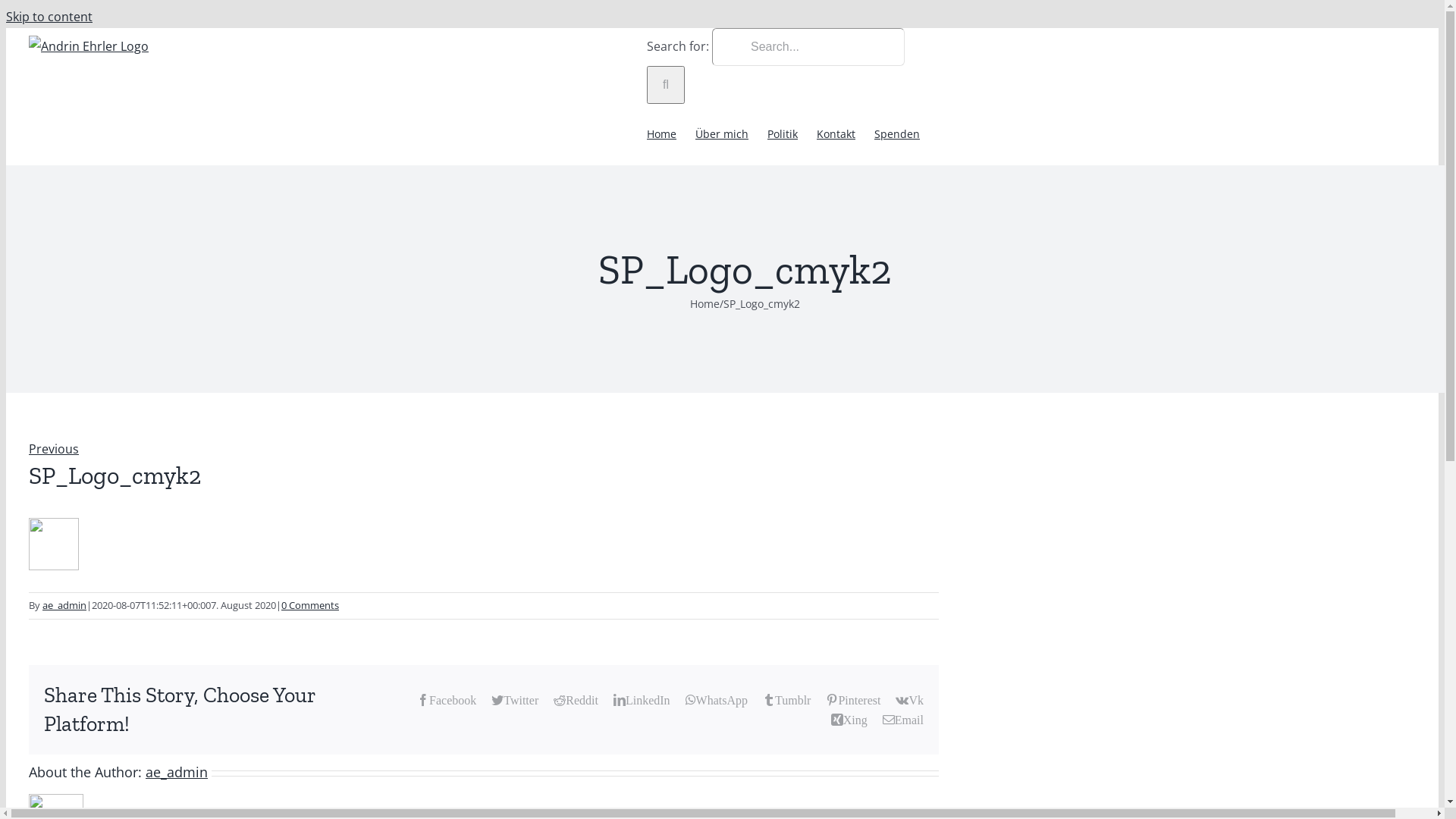 This screenshot has height=819, width=1456. Describe the element at coordinates (896, 133) in the screenshot. I see `'Spenden'` at that location.